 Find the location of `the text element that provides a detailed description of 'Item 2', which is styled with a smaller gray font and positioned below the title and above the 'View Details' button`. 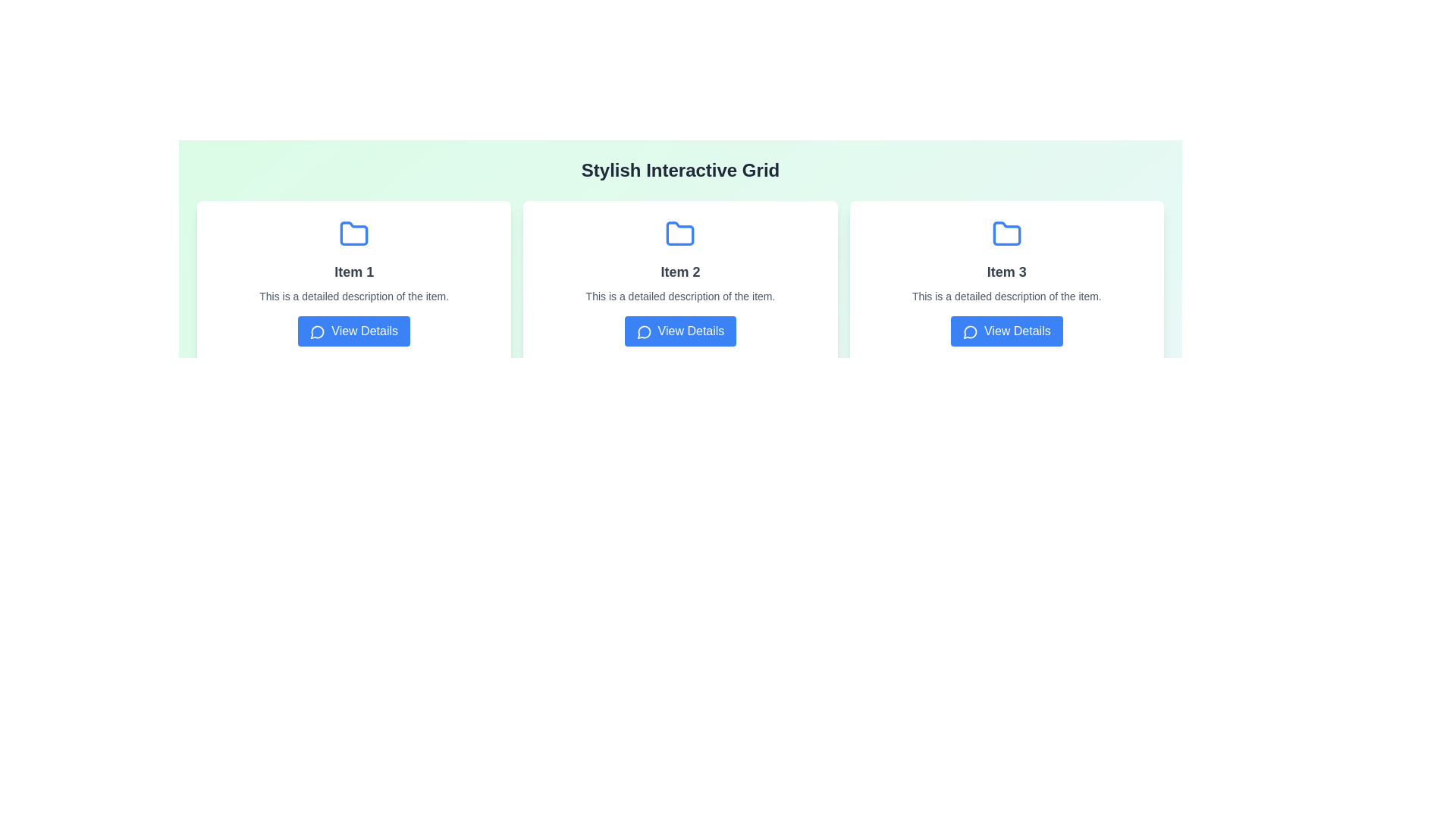

the text element that provides a detailed description of 'Item 2', which is styled with a smaller gray font and positioned below the title and above the 'View Details' button is located at coordinates (679, 296).